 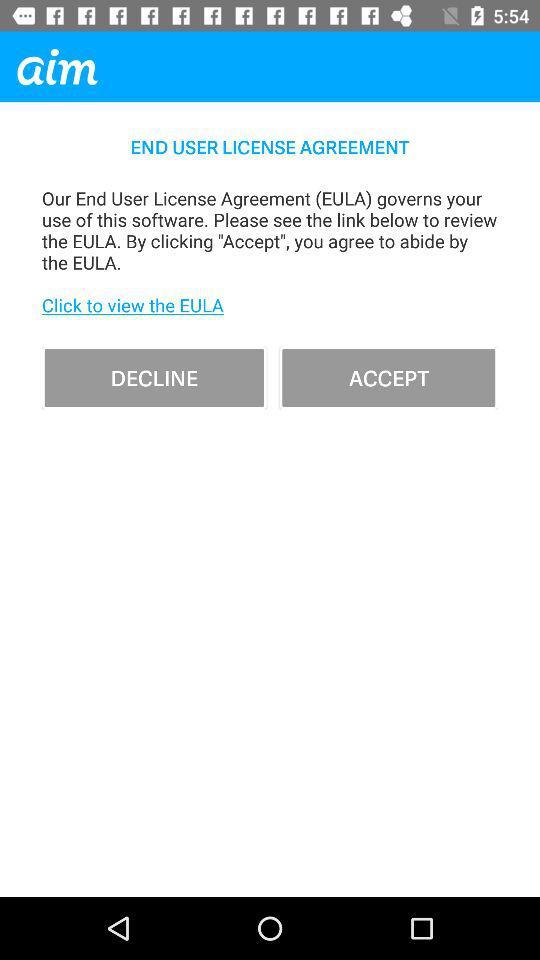 What do you see at coordinates (153, 376) in the screenshot?
I see `decline` at bounding box center [153, 376].